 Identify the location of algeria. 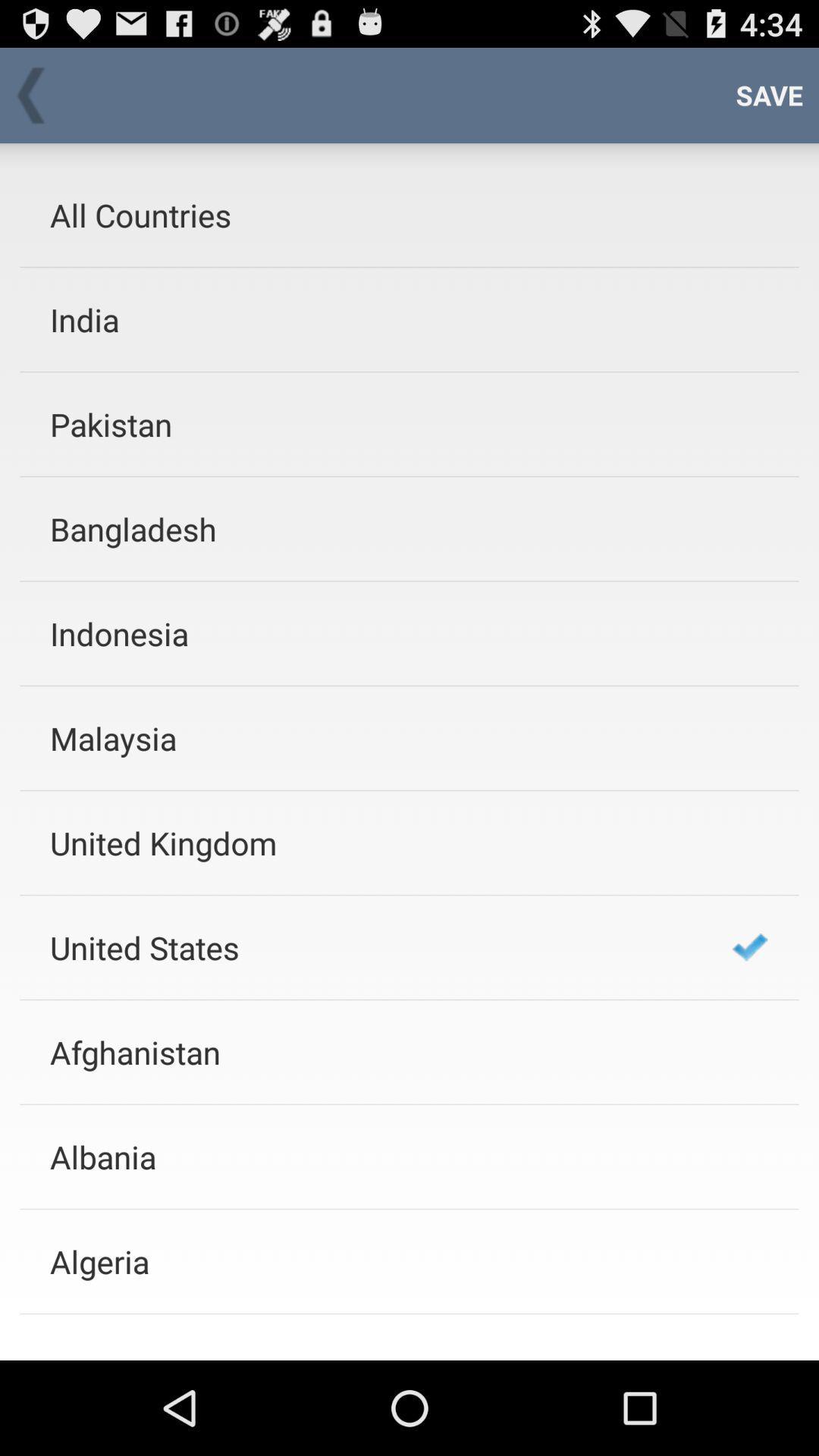
(371, 1261).